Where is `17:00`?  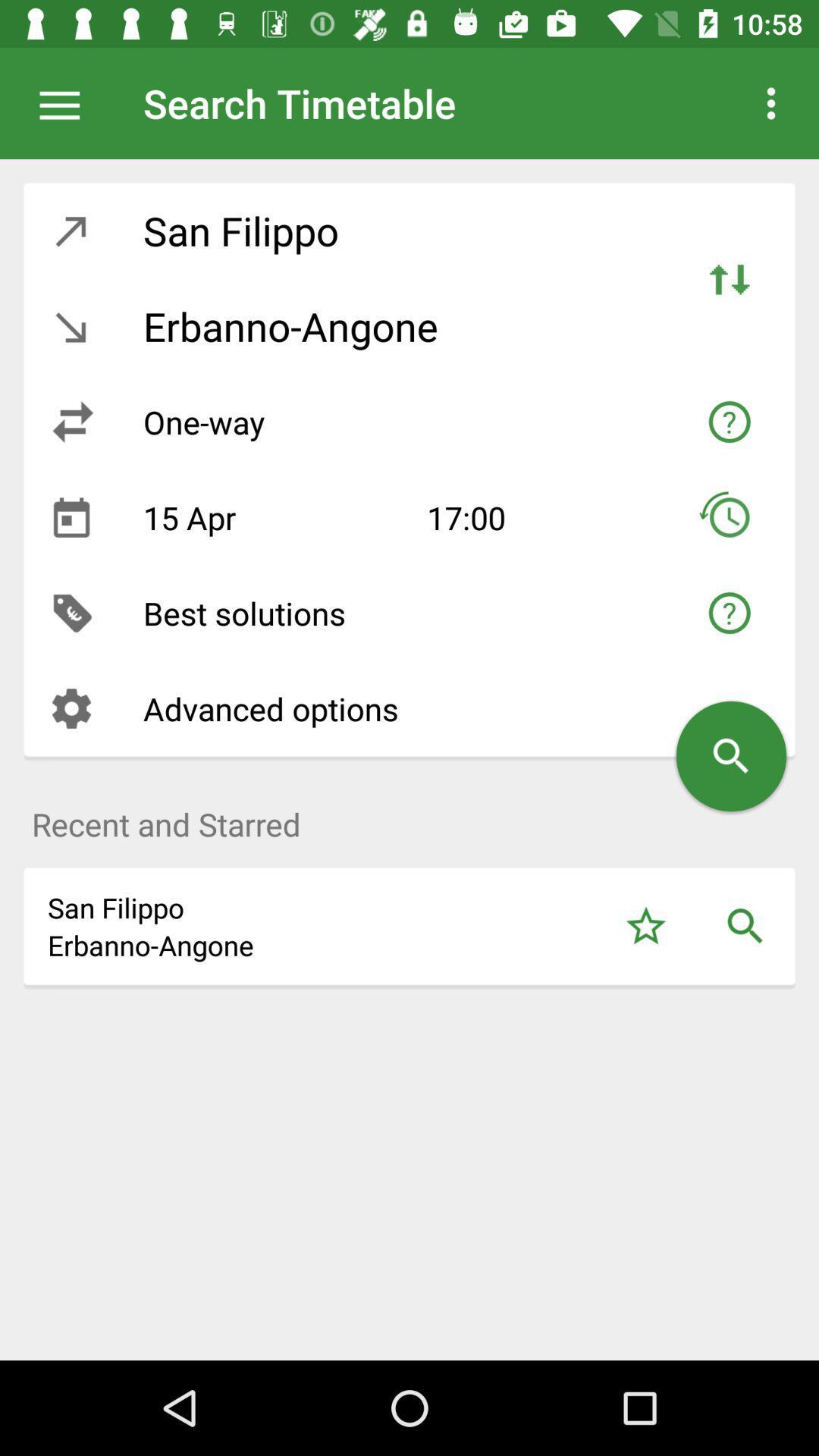 17:00 is located at coordinates (532, 517).